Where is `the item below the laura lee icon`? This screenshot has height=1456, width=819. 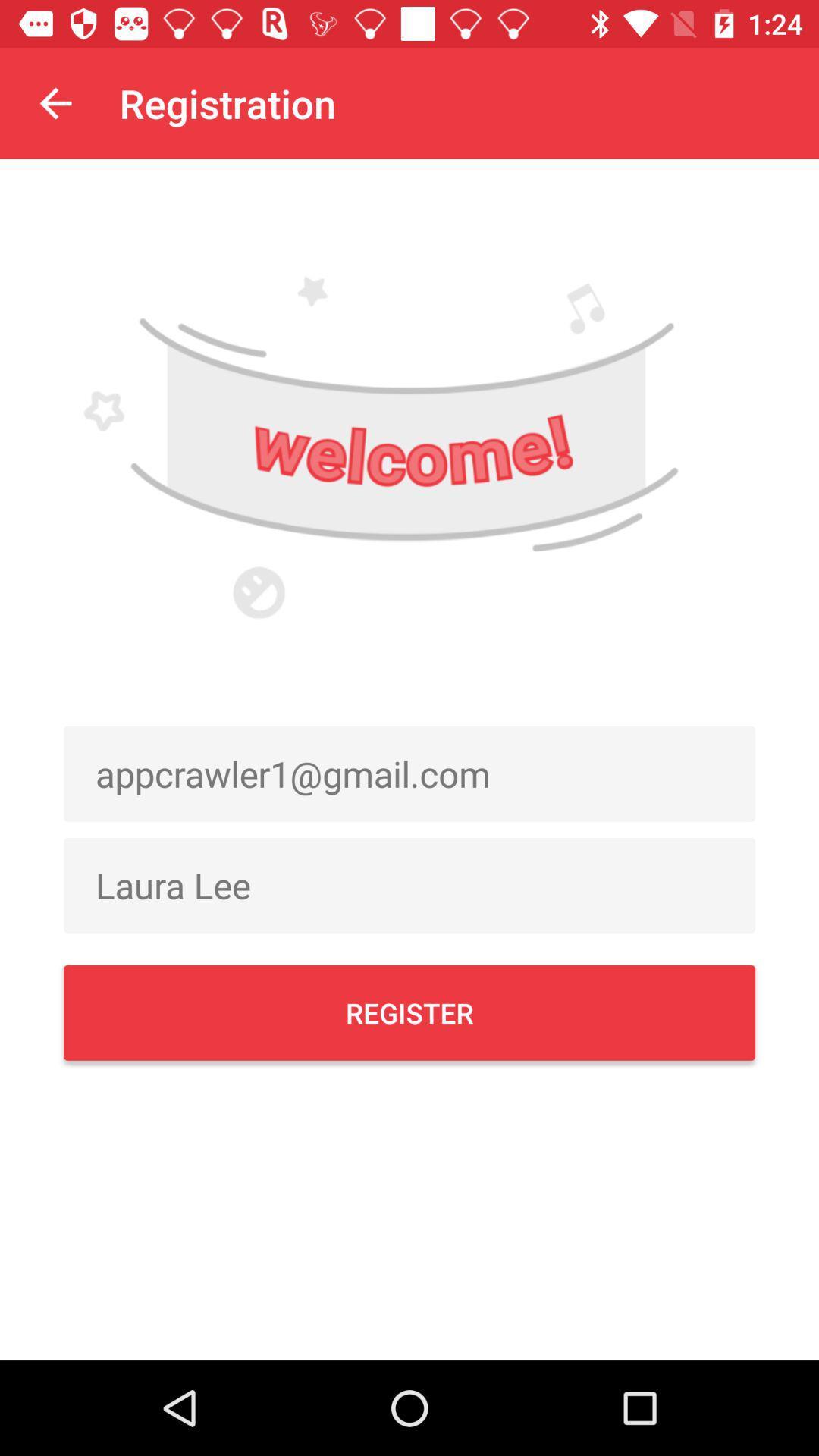
the item below the laura lee icon is located at coordinates (409, 1012).